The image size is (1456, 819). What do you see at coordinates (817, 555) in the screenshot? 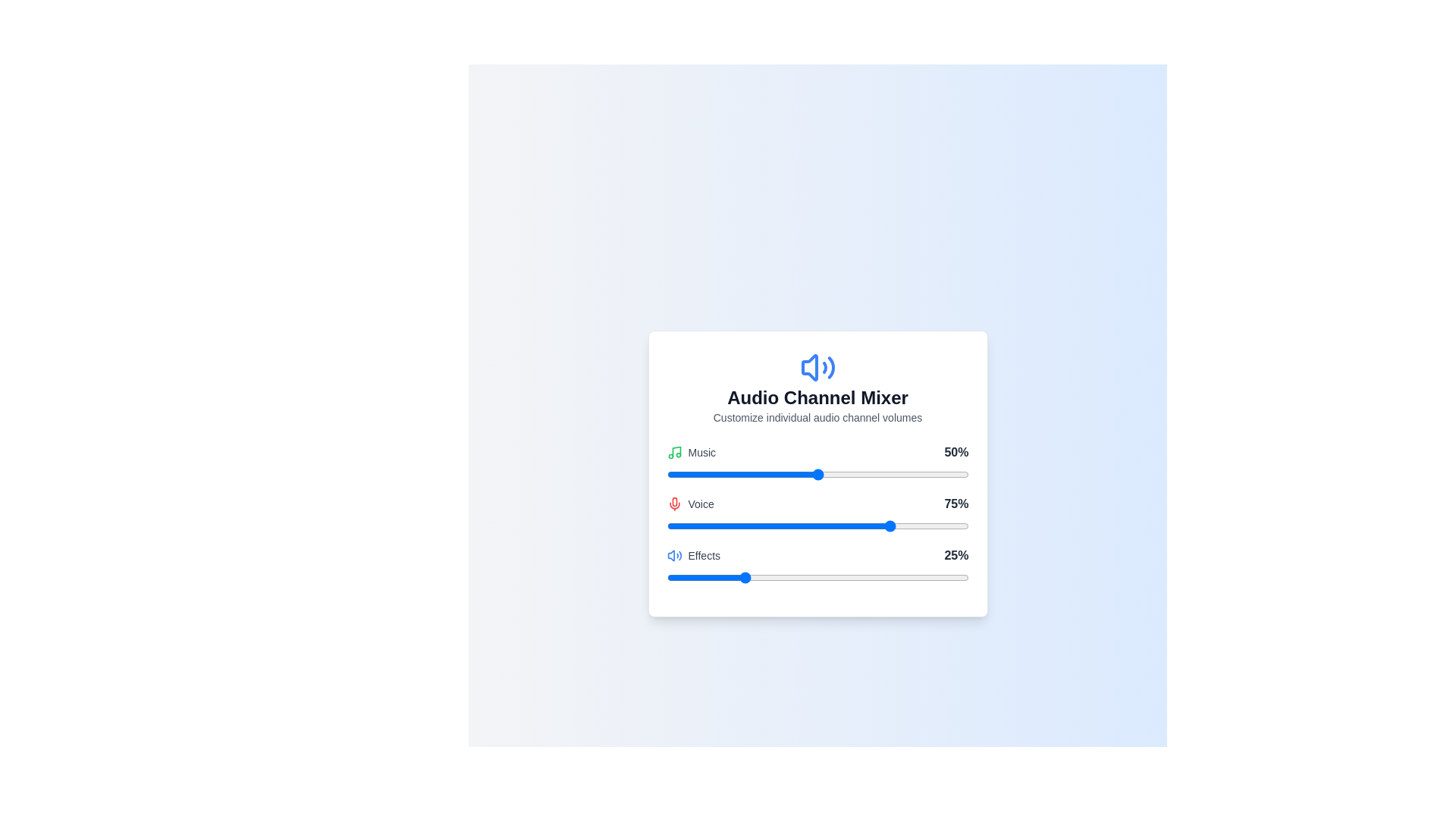
I see `'Effects' text label with a blue volume icon, which displays the percentage value '25%' and is positioned below the 'Voice' control and above the 'Effects' volume slider` at bounding box center [817, 555].